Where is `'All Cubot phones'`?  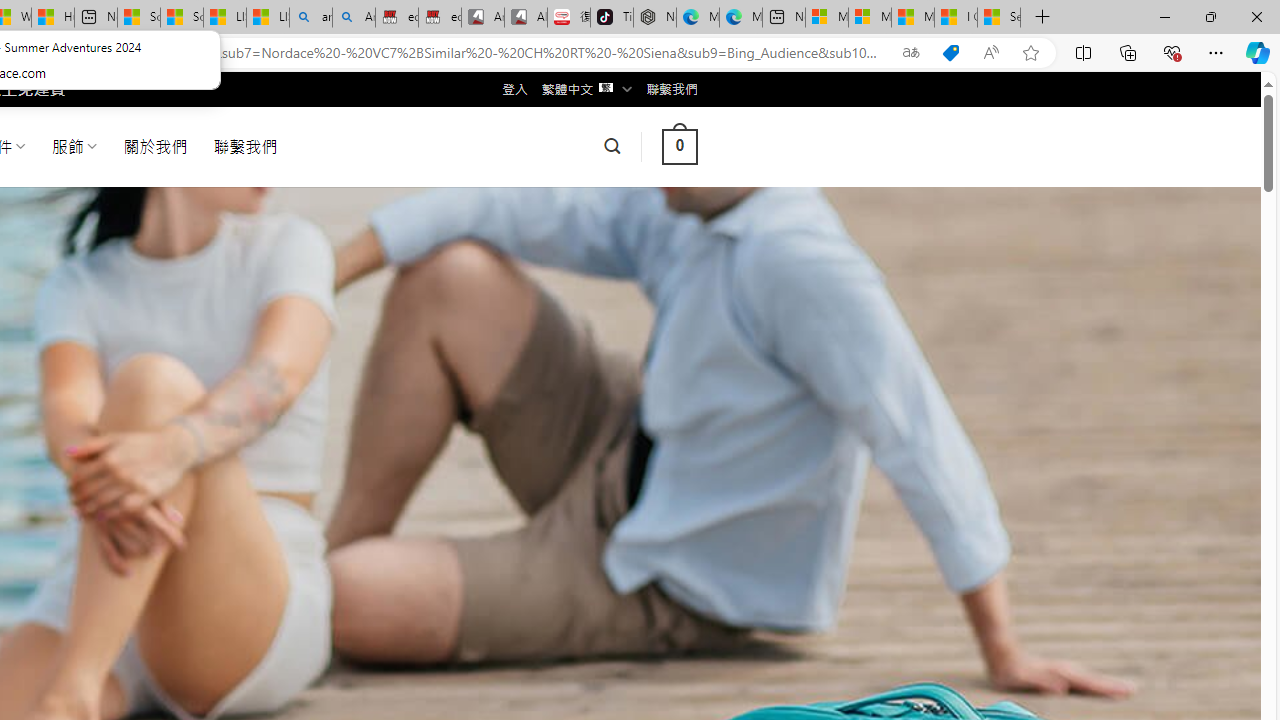
'All Cubot phones' is located at coordinates (526, 17).